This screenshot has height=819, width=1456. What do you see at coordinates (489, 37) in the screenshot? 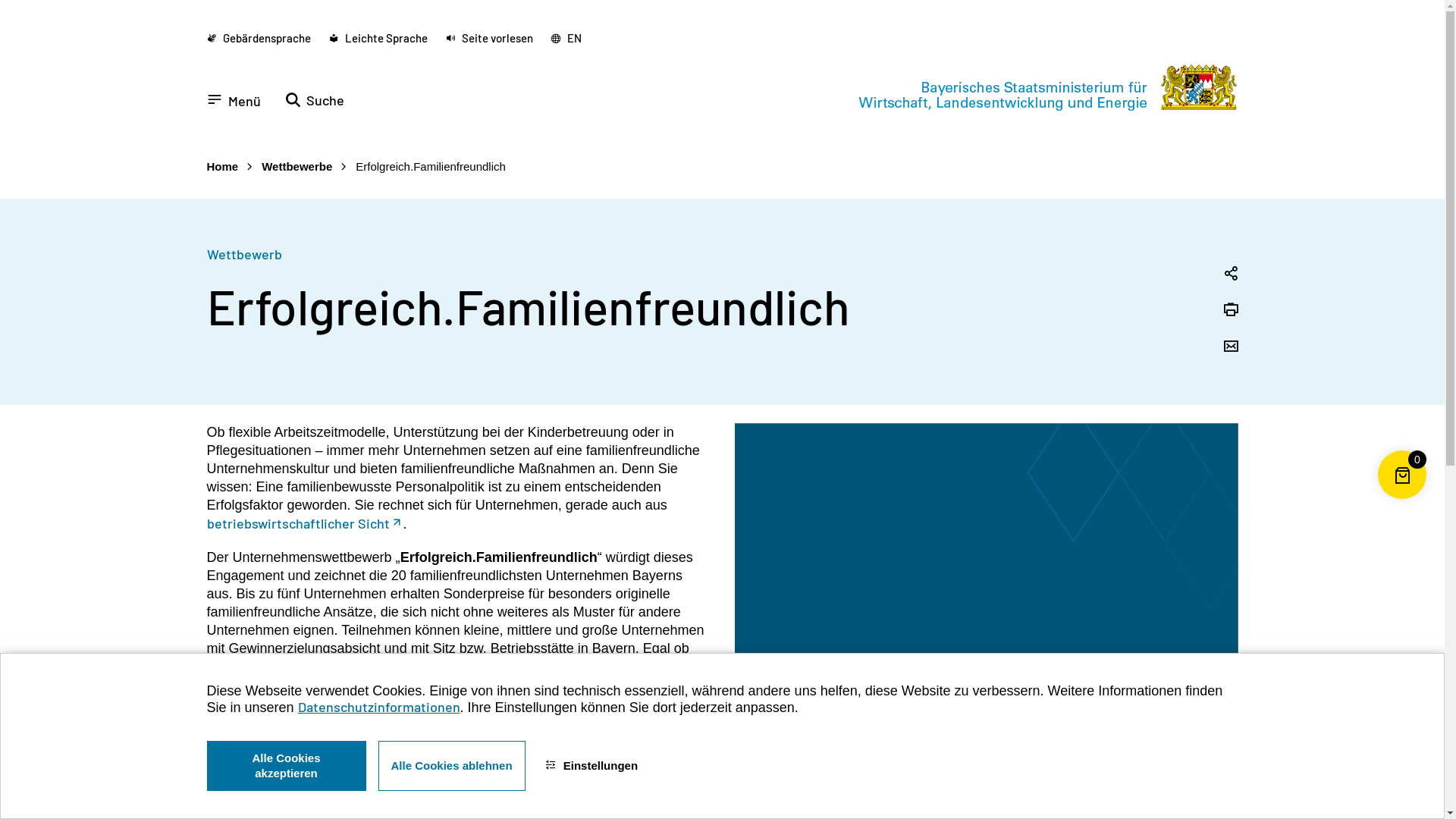
I see `'Seite vorlesen'` at bounding box center [489, 37].